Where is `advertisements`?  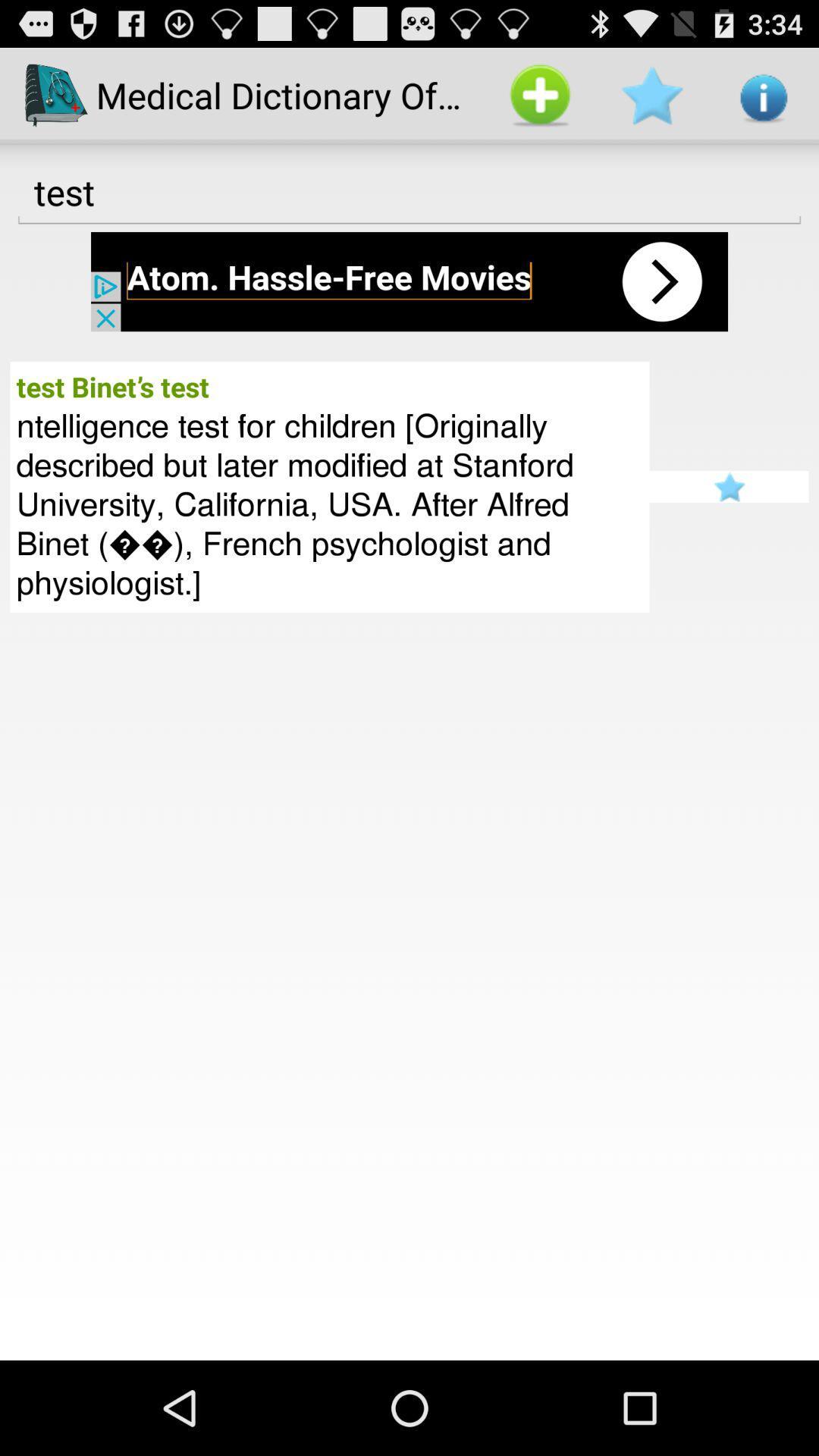 advertisements is located at coordinates (409, 281).